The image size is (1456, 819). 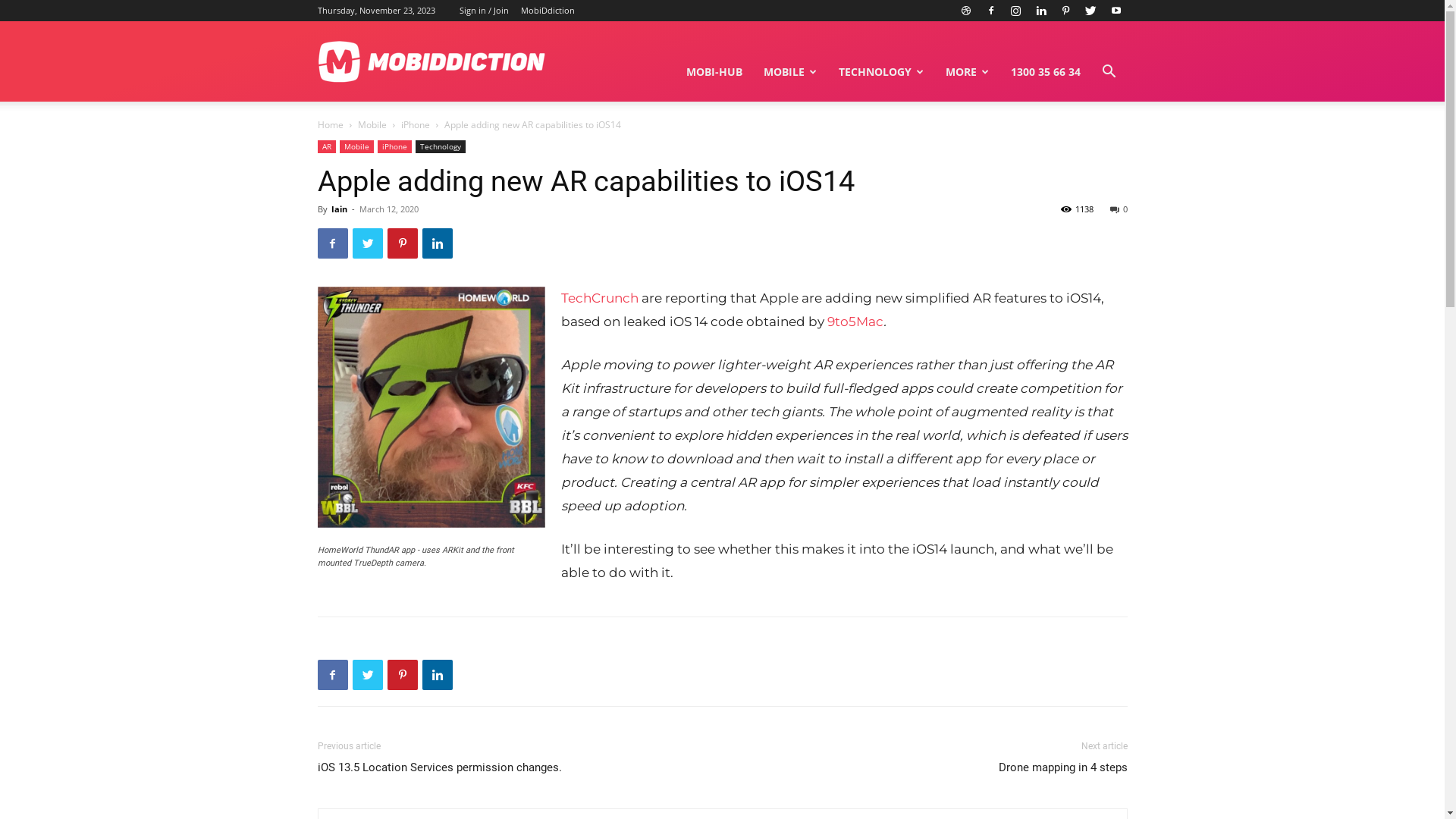 I want to click on 'Instagram', so click(x=1015, y=11).